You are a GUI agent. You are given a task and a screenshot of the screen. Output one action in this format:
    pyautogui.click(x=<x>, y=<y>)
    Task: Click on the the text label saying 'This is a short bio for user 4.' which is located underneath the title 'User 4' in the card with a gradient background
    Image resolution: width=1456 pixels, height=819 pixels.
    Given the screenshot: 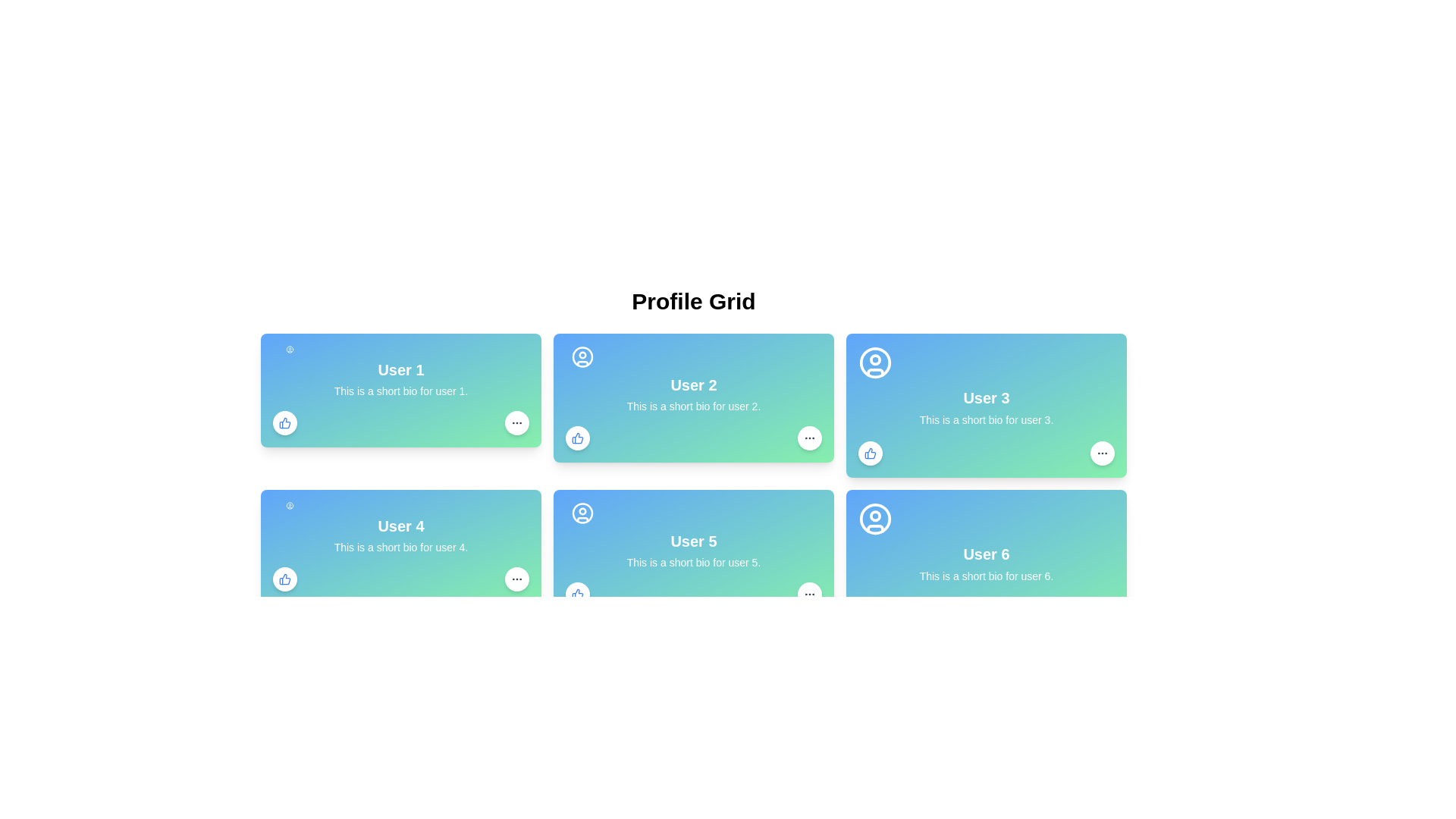 What is the action you would take?
    pyautogui.click(x=400, y=547)
    